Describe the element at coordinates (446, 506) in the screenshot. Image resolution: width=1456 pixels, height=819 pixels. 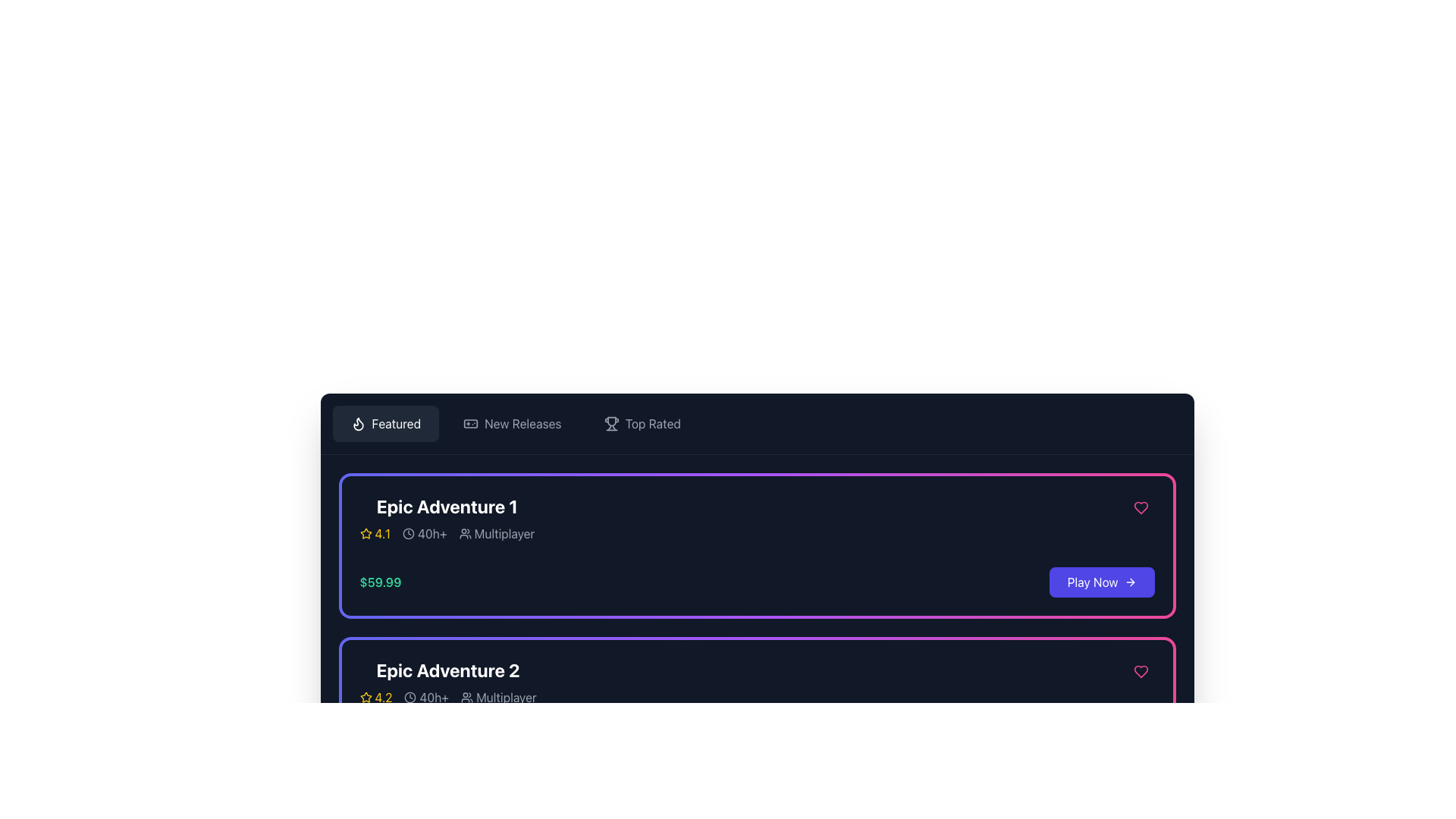
I see `the text label that serves as the title for a card component, located at the top of the card describing an item` at that location.